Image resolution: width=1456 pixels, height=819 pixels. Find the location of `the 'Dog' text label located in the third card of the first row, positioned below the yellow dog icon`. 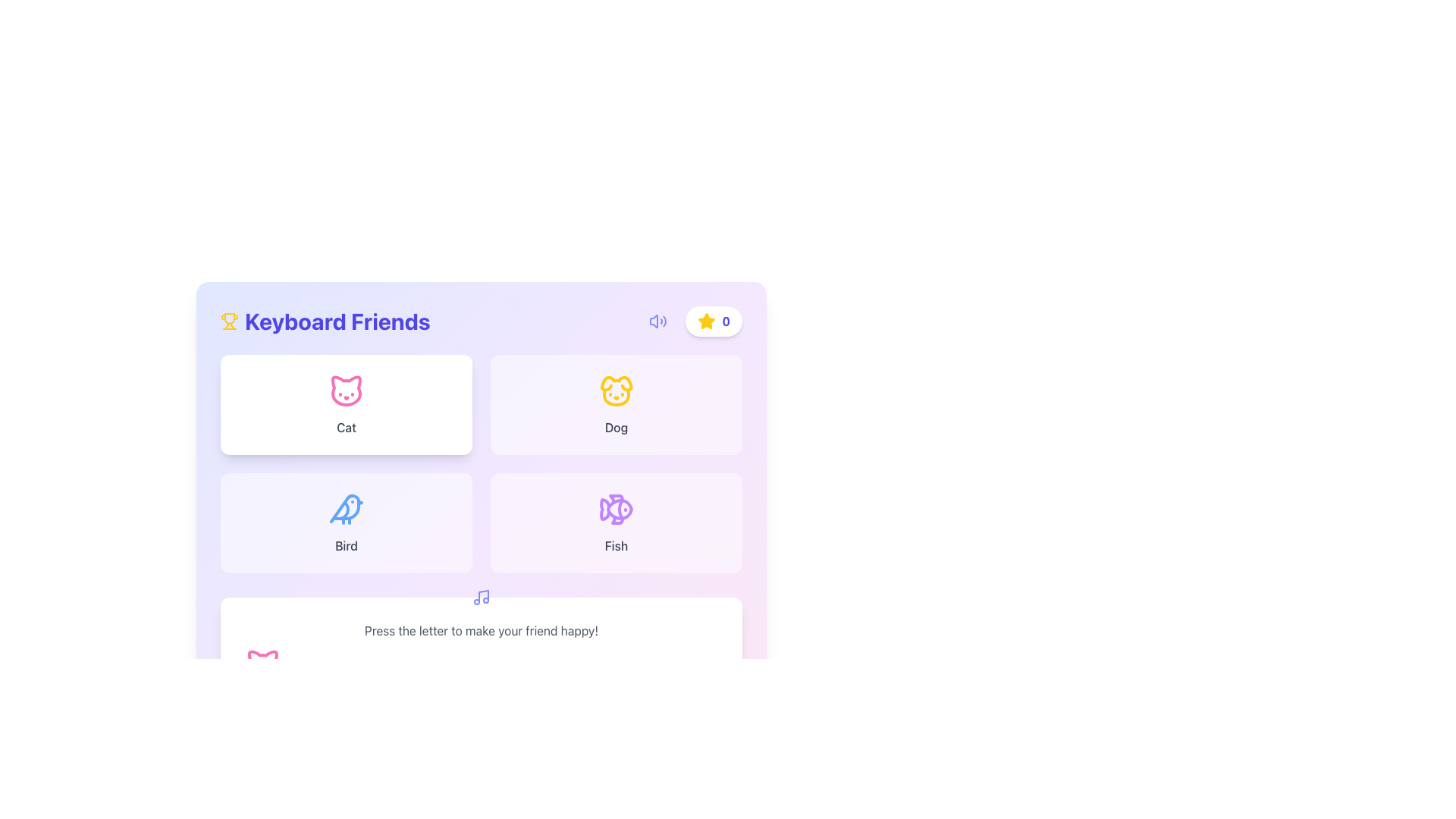

the 'Dog' text label located in the third card of the first row, positioned below the yellow dog icon is located at coordinates (616, 427).